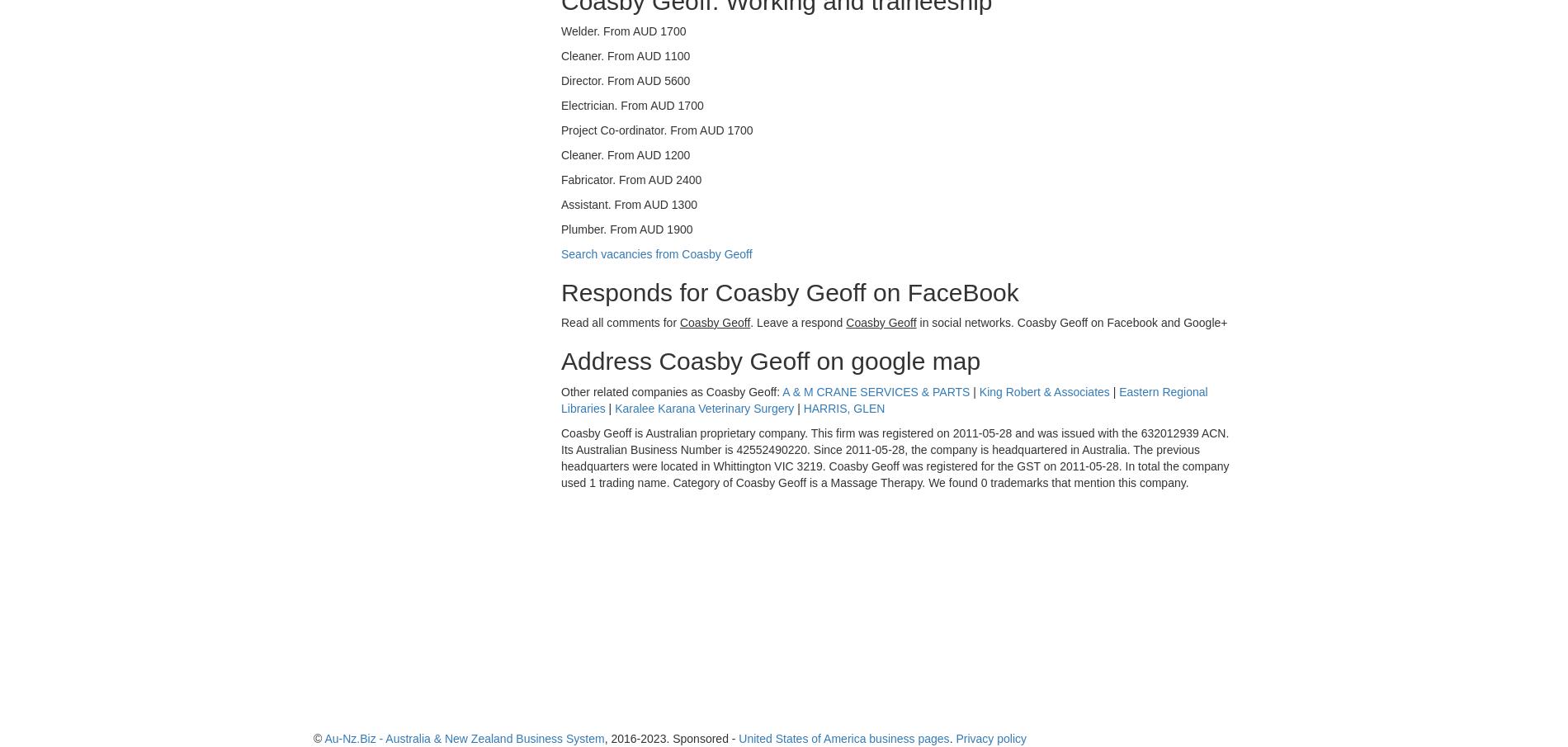  Describe the element at coordinates (1070, 321) in the screenshot. I see `'in social networks.
					Coasby Geoff on Facebook and Google+'` at that location.